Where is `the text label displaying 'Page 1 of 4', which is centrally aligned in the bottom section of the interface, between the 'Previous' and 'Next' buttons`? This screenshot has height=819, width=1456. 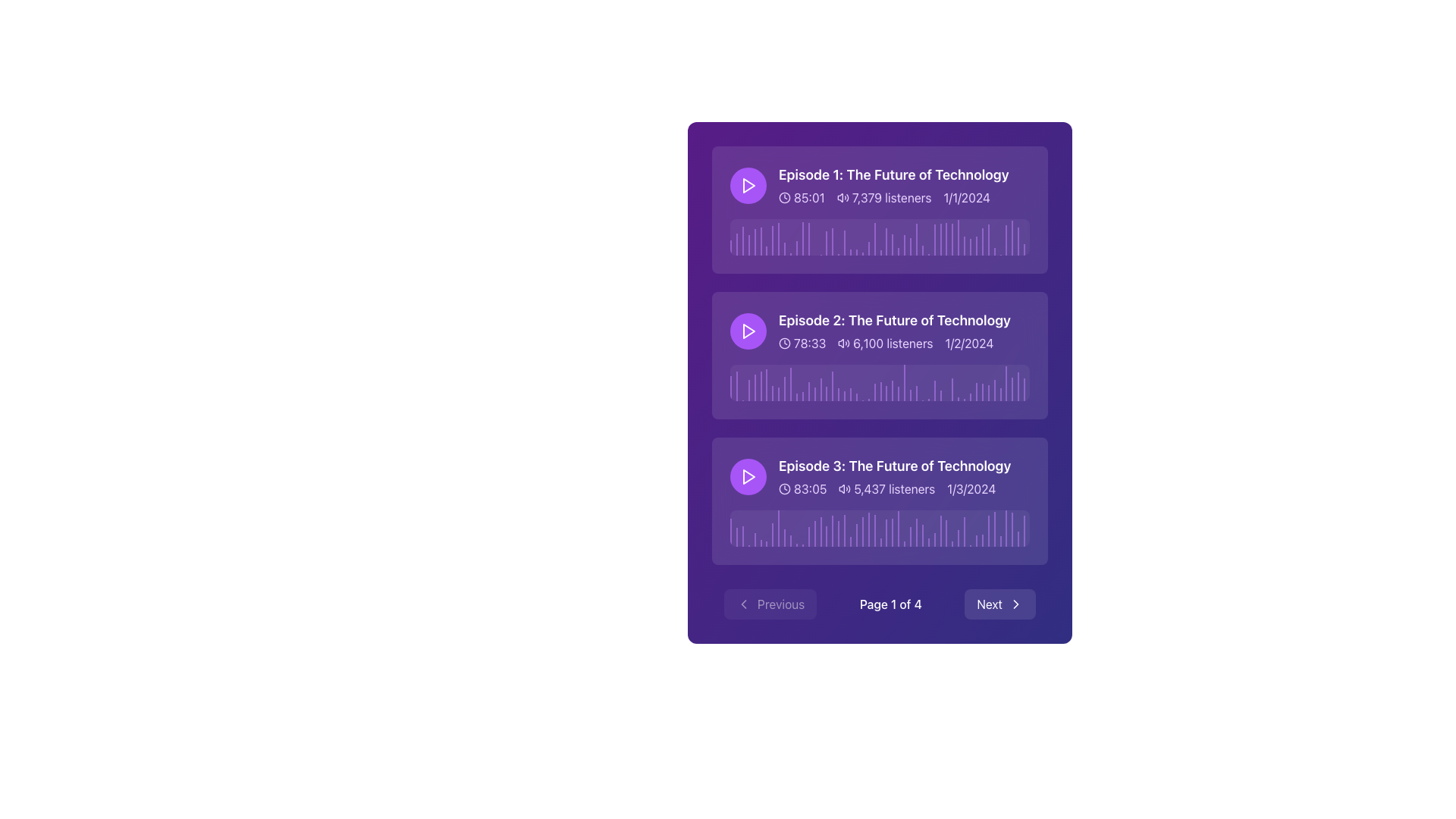 the text label displaying 'Page 1 of 4', which is centrally aligned in the bottom section of the interface, between the 'Previous' and 'Next' buttons is located at coordinates (890, 604).